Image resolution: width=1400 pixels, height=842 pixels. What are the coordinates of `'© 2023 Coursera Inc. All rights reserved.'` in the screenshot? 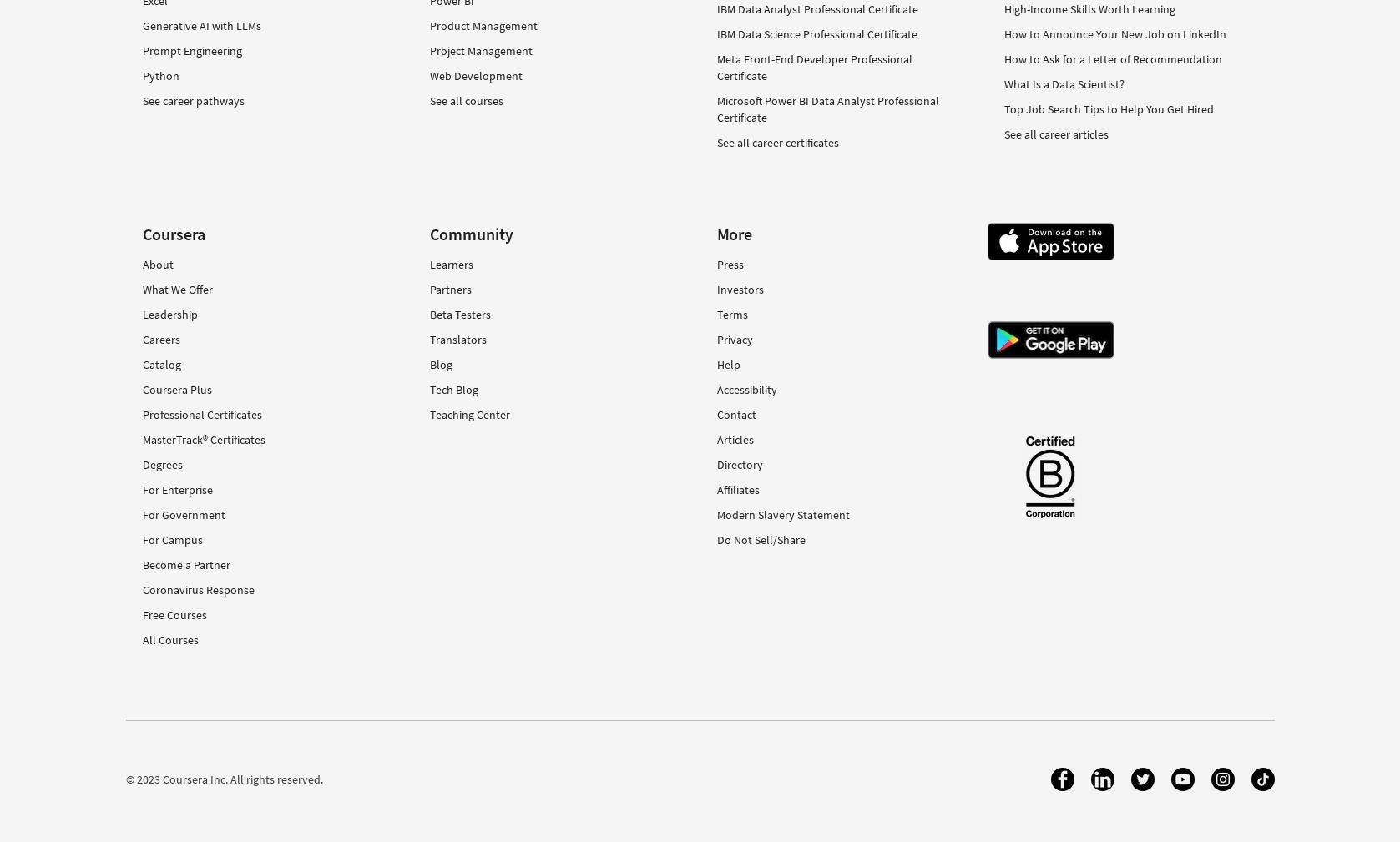 It's located at (223, 779).